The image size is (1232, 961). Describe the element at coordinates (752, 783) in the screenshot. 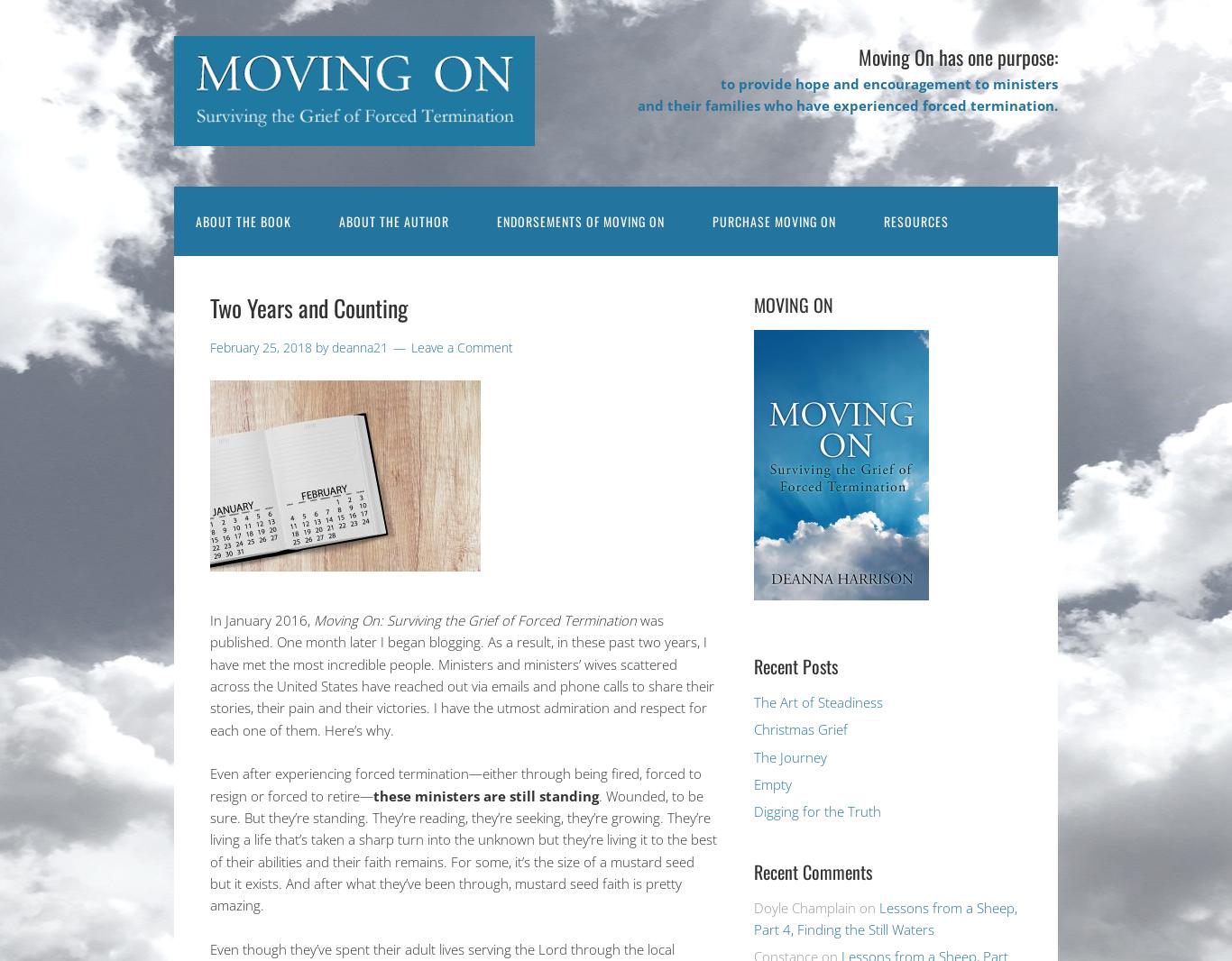

I see `'Empty'` at that location.